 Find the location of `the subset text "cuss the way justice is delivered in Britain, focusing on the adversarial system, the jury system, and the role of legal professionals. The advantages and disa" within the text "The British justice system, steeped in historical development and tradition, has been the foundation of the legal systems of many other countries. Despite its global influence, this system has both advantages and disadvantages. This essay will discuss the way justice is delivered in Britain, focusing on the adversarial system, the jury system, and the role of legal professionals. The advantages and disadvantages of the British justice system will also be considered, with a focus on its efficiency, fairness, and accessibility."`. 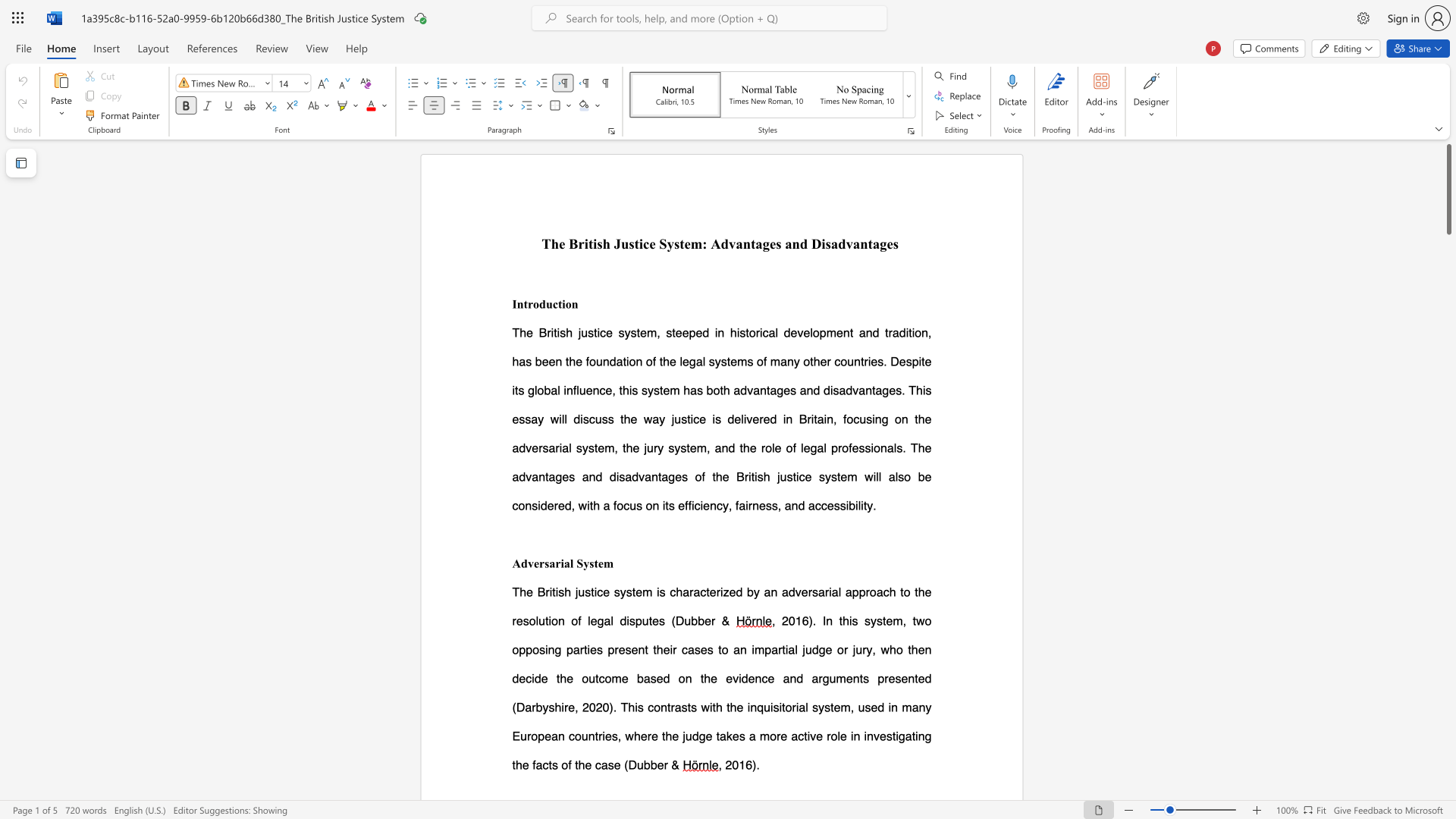

the subset text "cuss the way justice is delivered in Britain, focusing on the adversarial system, the jury system, and the role of legal professionals. The advantages and disa" within the text "The British justice system, steeped in historical development and tradition, has been the foundation of the legal systems of many other countries. Despite its global influence, this system has both advantages and disadvantages. This essay will discuss the way justice is delivered in Britain, focusing on the adversarial system, the jury system, and the role of legal professionals. The advantages and disadvantages of the British justice system will also be considered, with a focus on its efficiency, fairness, and accessibility." is located at coordinates (588, 419).